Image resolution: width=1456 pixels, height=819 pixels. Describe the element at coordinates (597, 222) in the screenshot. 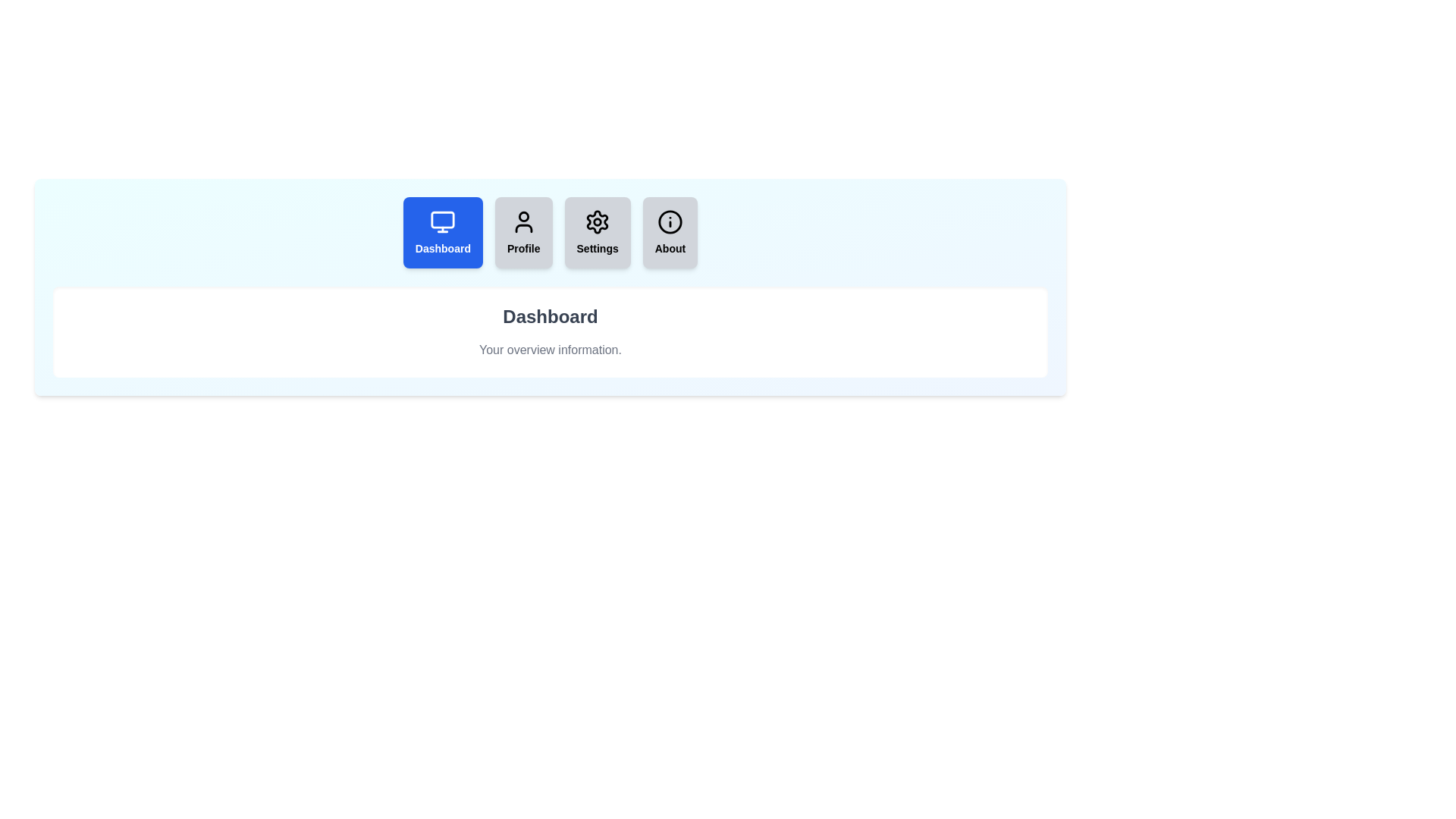

I see `the icon in the Settings tab` at that location.